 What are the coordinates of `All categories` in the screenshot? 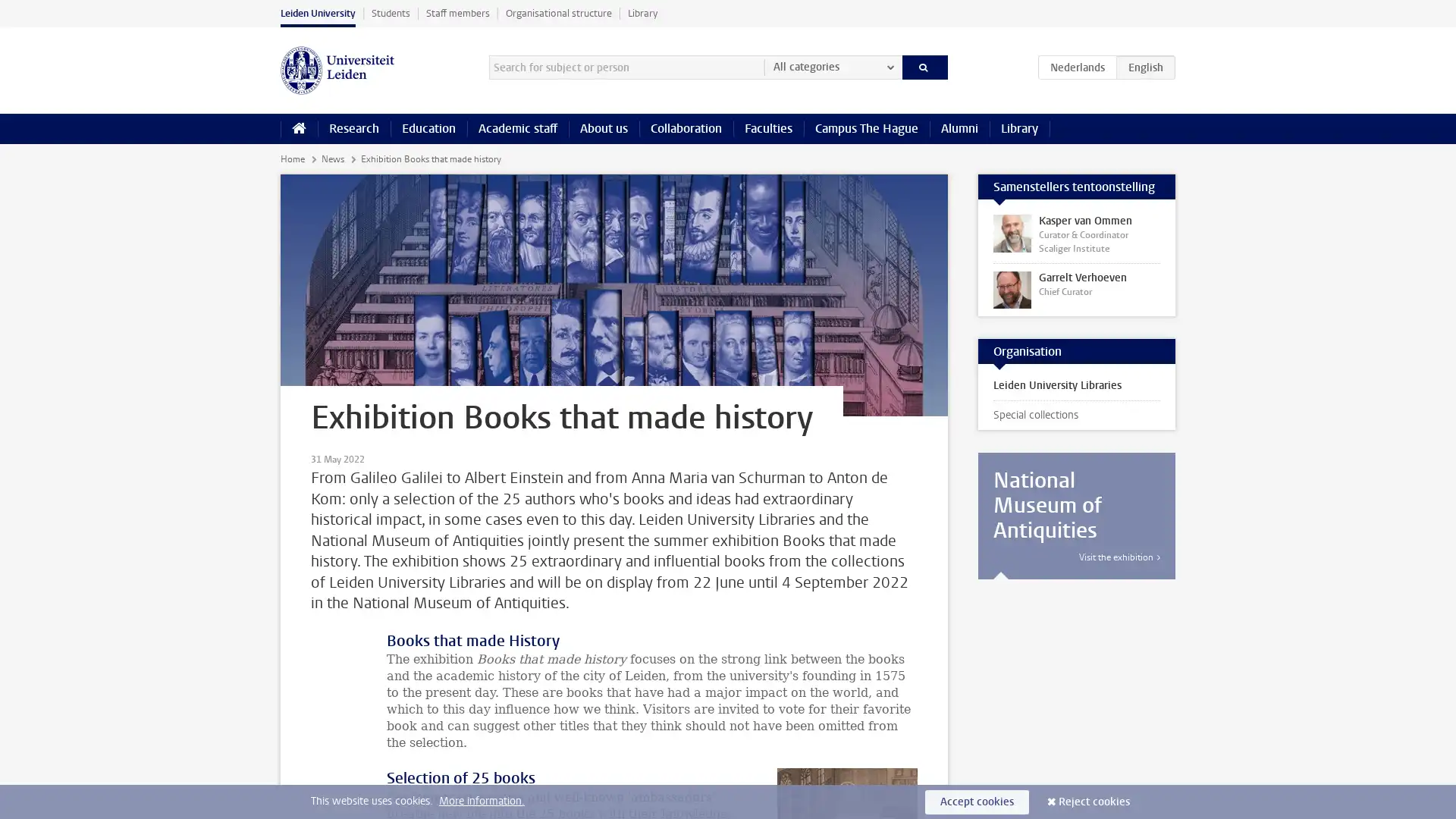 It's located at (832, 66).